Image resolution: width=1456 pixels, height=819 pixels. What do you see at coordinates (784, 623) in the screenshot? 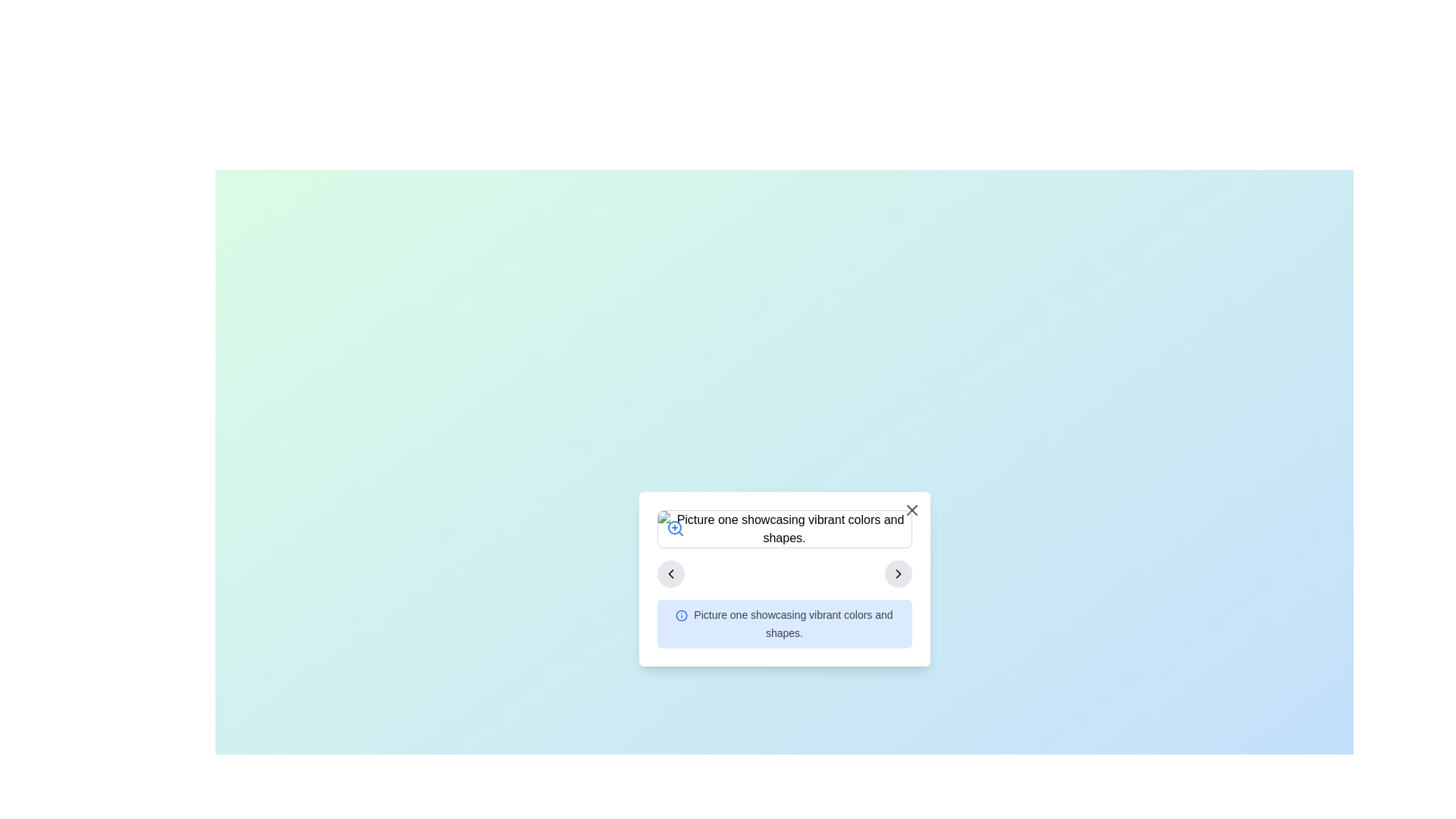
I see `the Text informational banner with a light blue background that contains the description 'Picture one showcasing vibrant colors and shapes.' and an 'info' icon` at bounding box center [784, 623].